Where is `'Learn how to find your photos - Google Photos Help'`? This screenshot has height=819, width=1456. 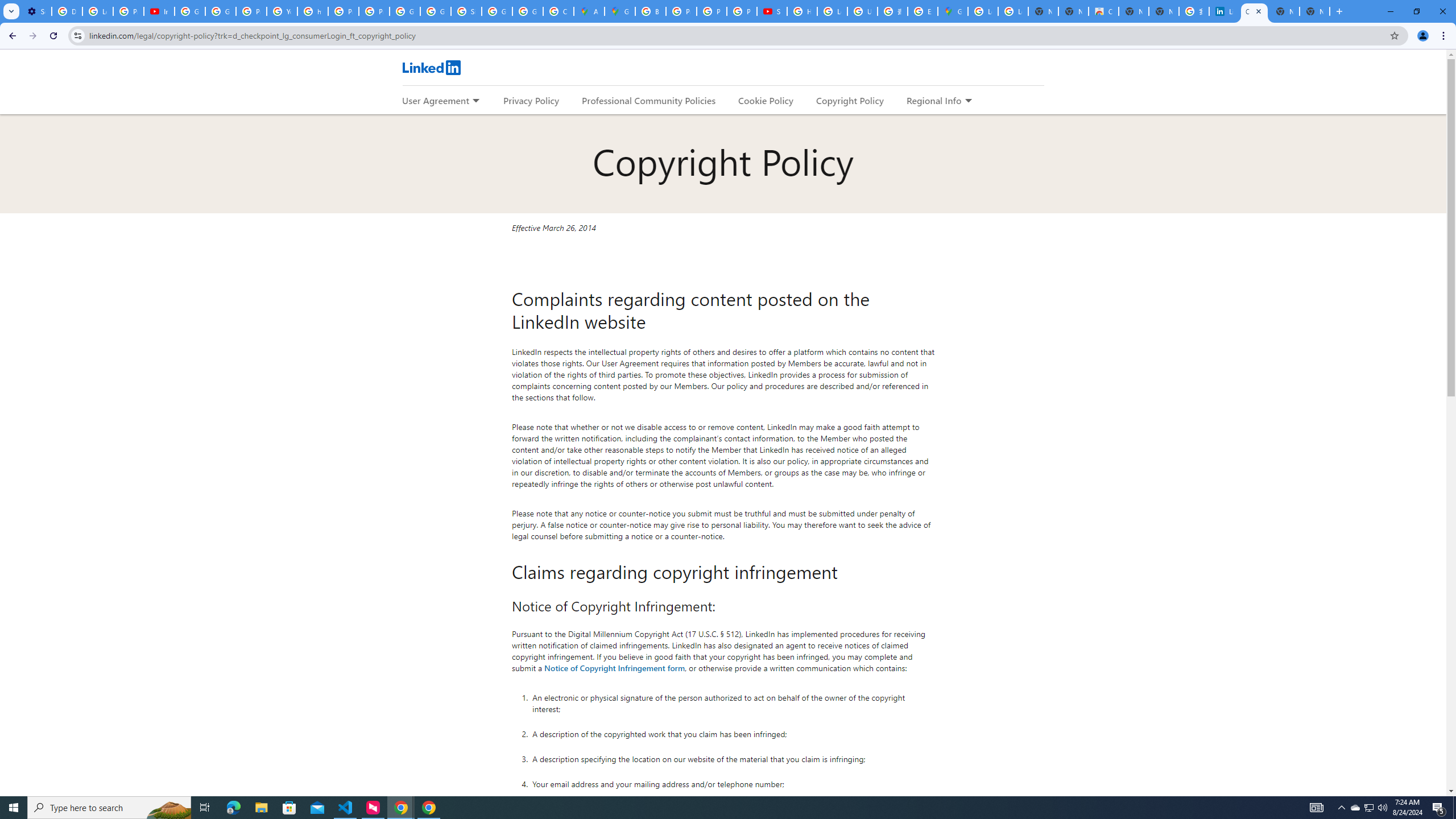 'Learn how to find your photos - Google Photos Help' is located at coordinates (97, 11).